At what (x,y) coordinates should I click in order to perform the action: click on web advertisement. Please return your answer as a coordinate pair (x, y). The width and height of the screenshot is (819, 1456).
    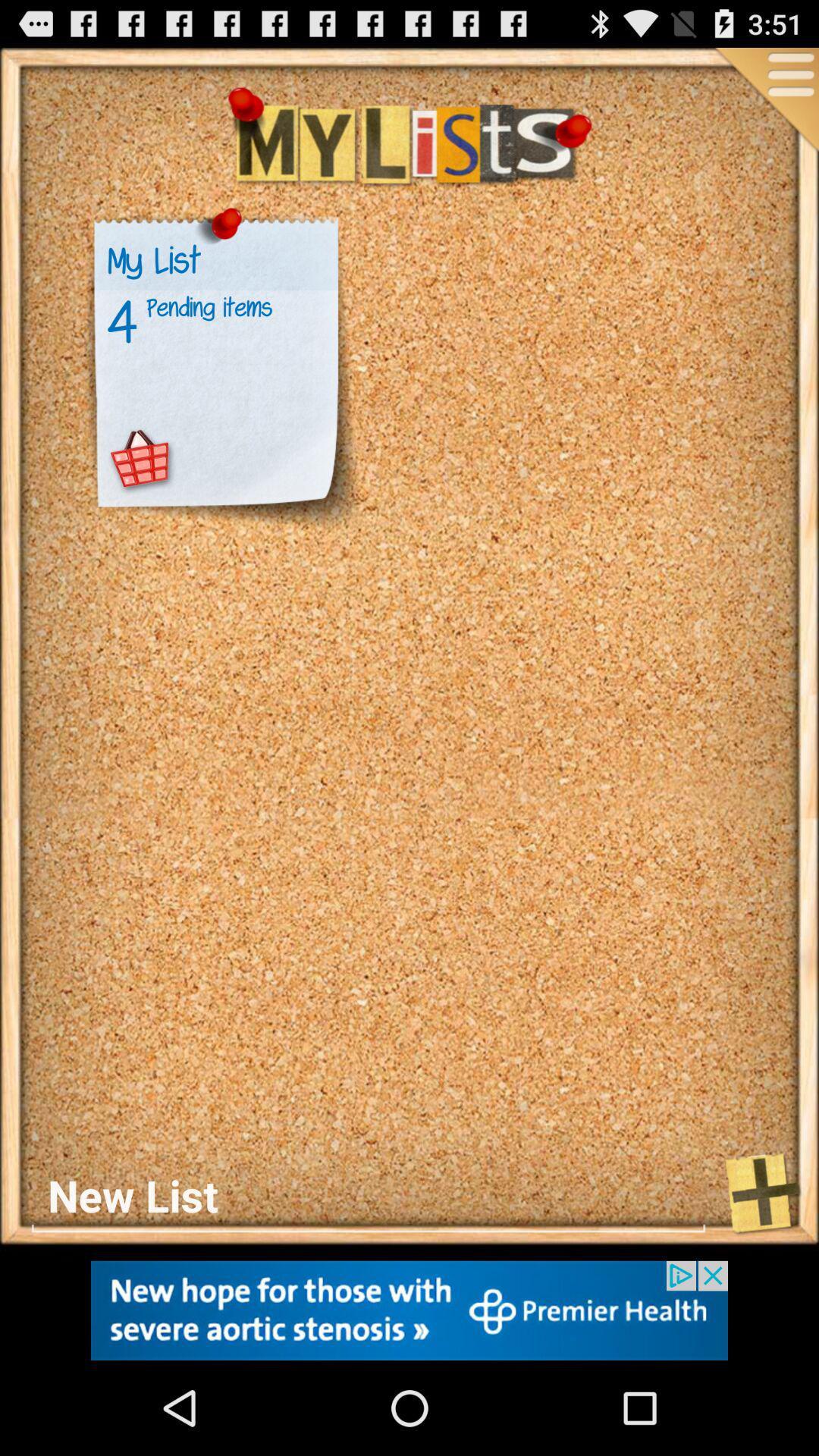
    Looking at the image, I should click on (409, 1310).